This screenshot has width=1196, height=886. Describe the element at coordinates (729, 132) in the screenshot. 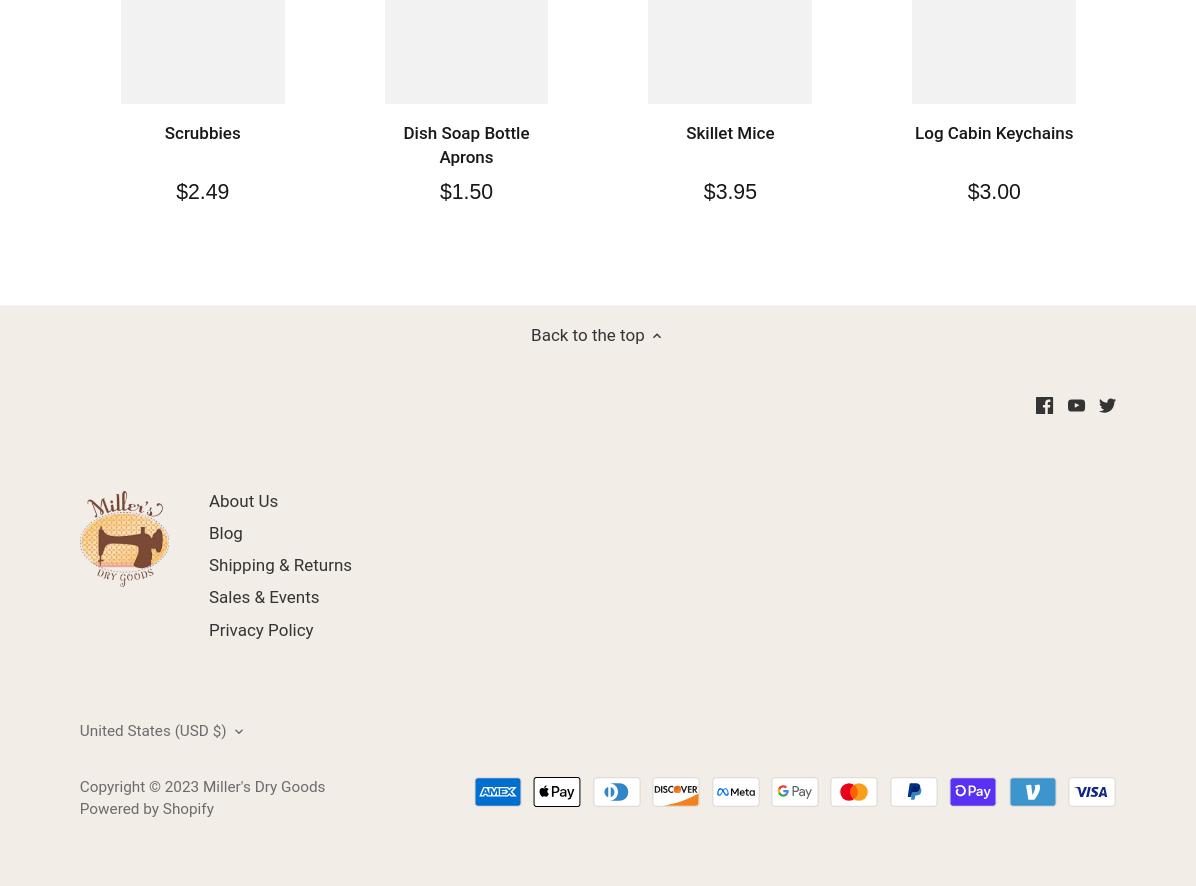

I see `'Skillet Mice'` at that location.